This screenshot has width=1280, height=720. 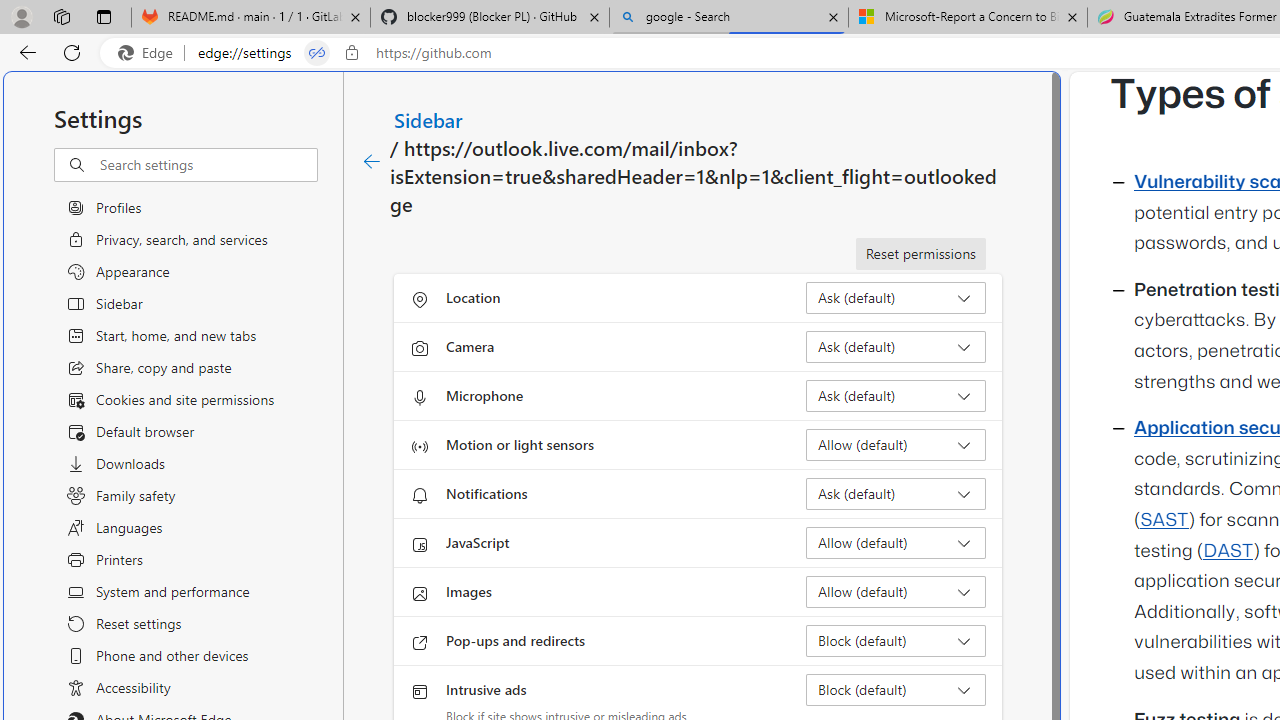 What do you see at coordinates (967, 17) in the screenshot?
I see `'Microsoft-Report a Concern to Bing'` at bounding box center [967, 17].